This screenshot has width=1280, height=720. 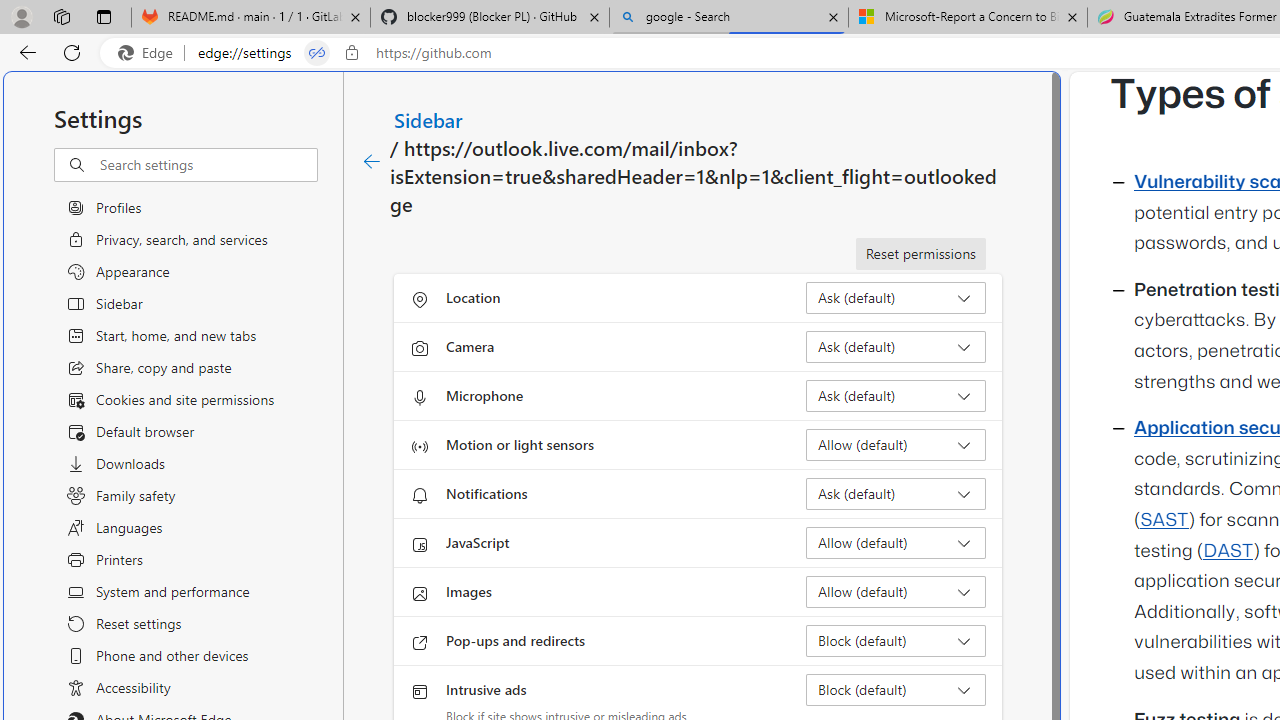 What do you see at coordinates (967, 17) in the screenshot?
I see `'Microsoft-Report a Concern to Bing'` at bounding box center [967, 17].